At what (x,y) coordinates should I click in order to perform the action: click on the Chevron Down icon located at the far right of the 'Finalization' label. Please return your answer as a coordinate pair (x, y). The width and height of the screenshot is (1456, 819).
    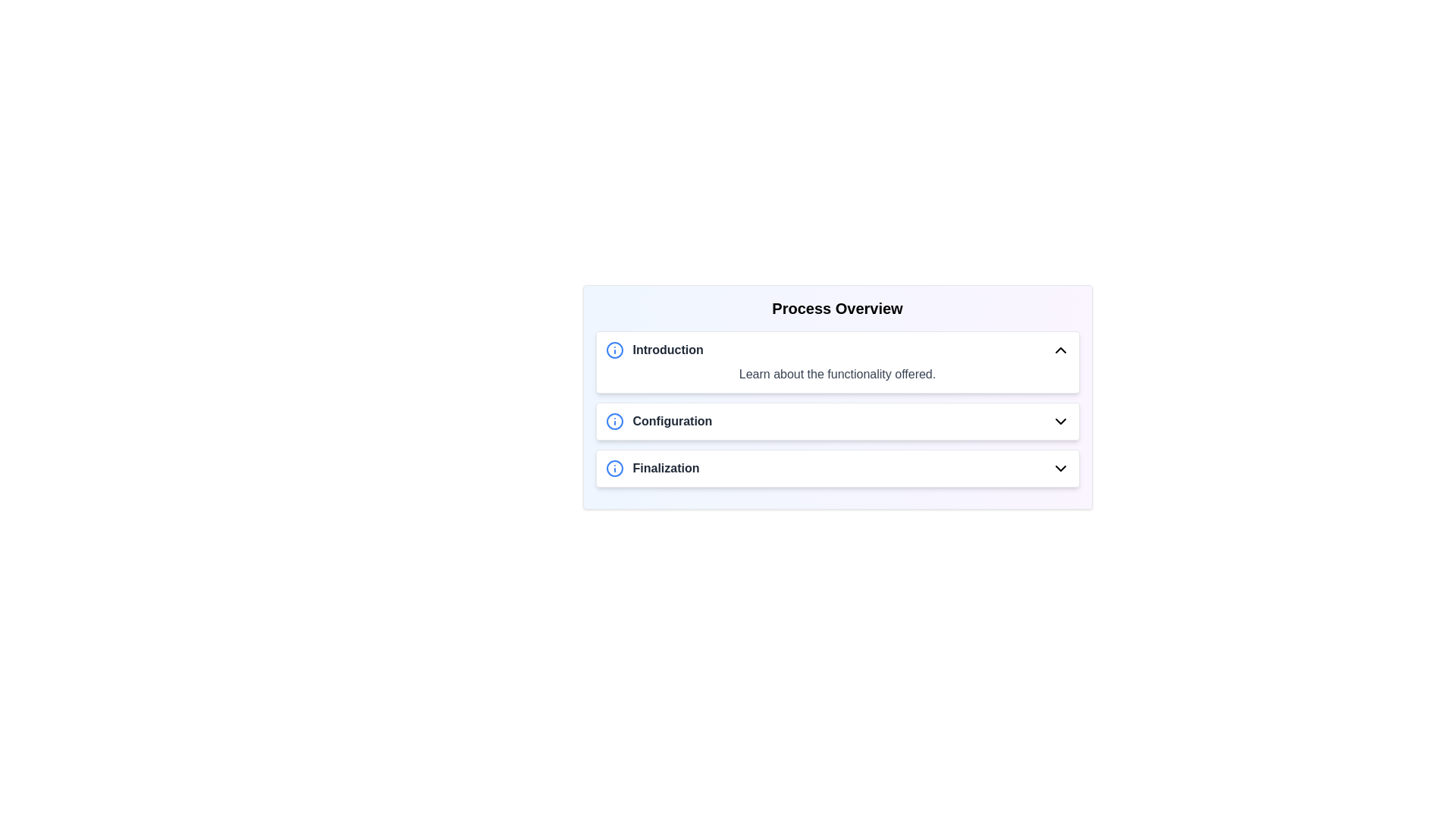
    Looking at the image, I should click on (1059, 467).